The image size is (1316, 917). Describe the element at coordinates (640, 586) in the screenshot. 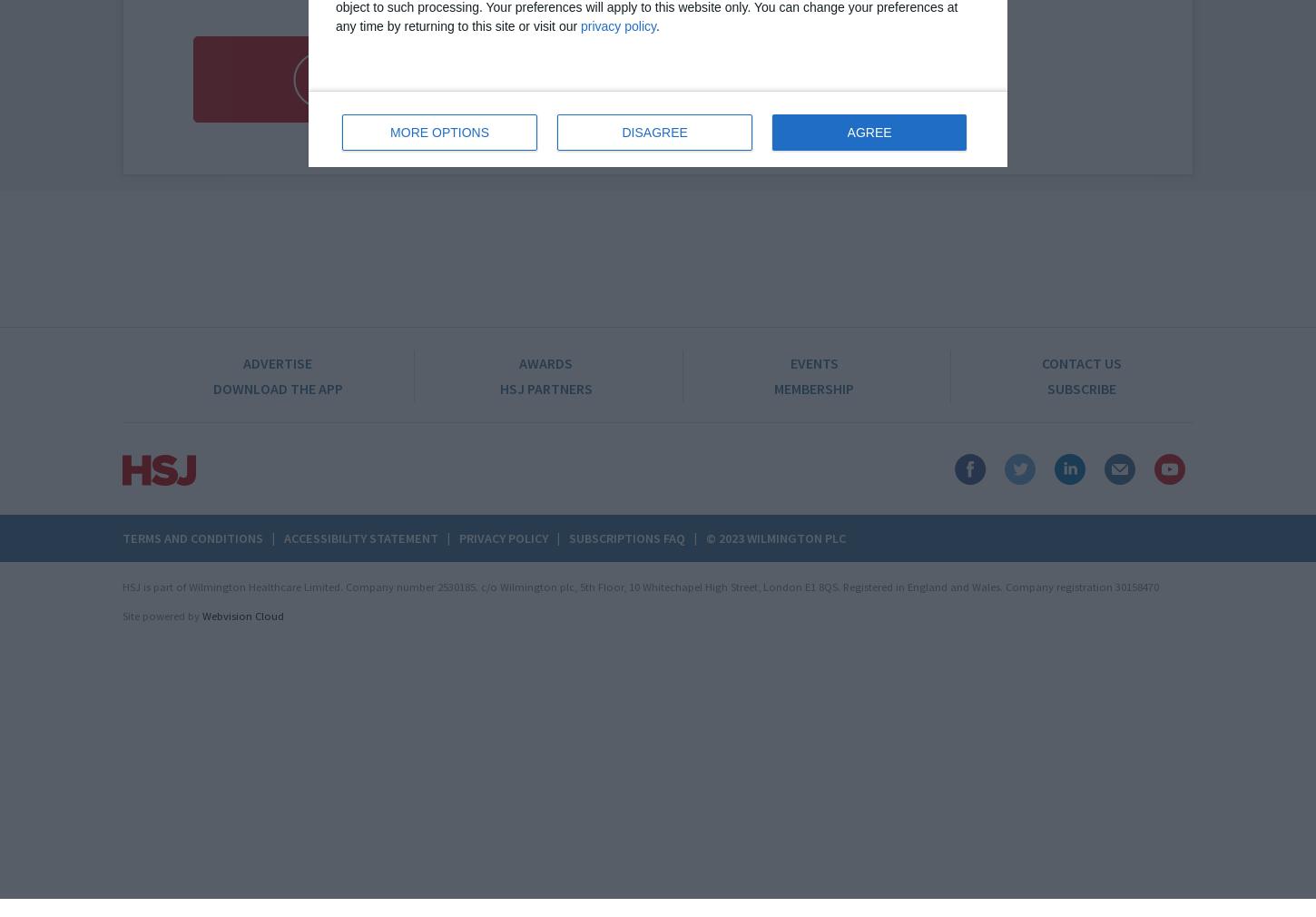

I see `'HSJ is part of Wilmington Healthcare Limited. Company number 2530185.
c/o Wilmington plc, 5th Floor, 10 Whitechapel High Street, London E1 8QS. Registered in England and Wales. Company registration 30158470'` at that location.